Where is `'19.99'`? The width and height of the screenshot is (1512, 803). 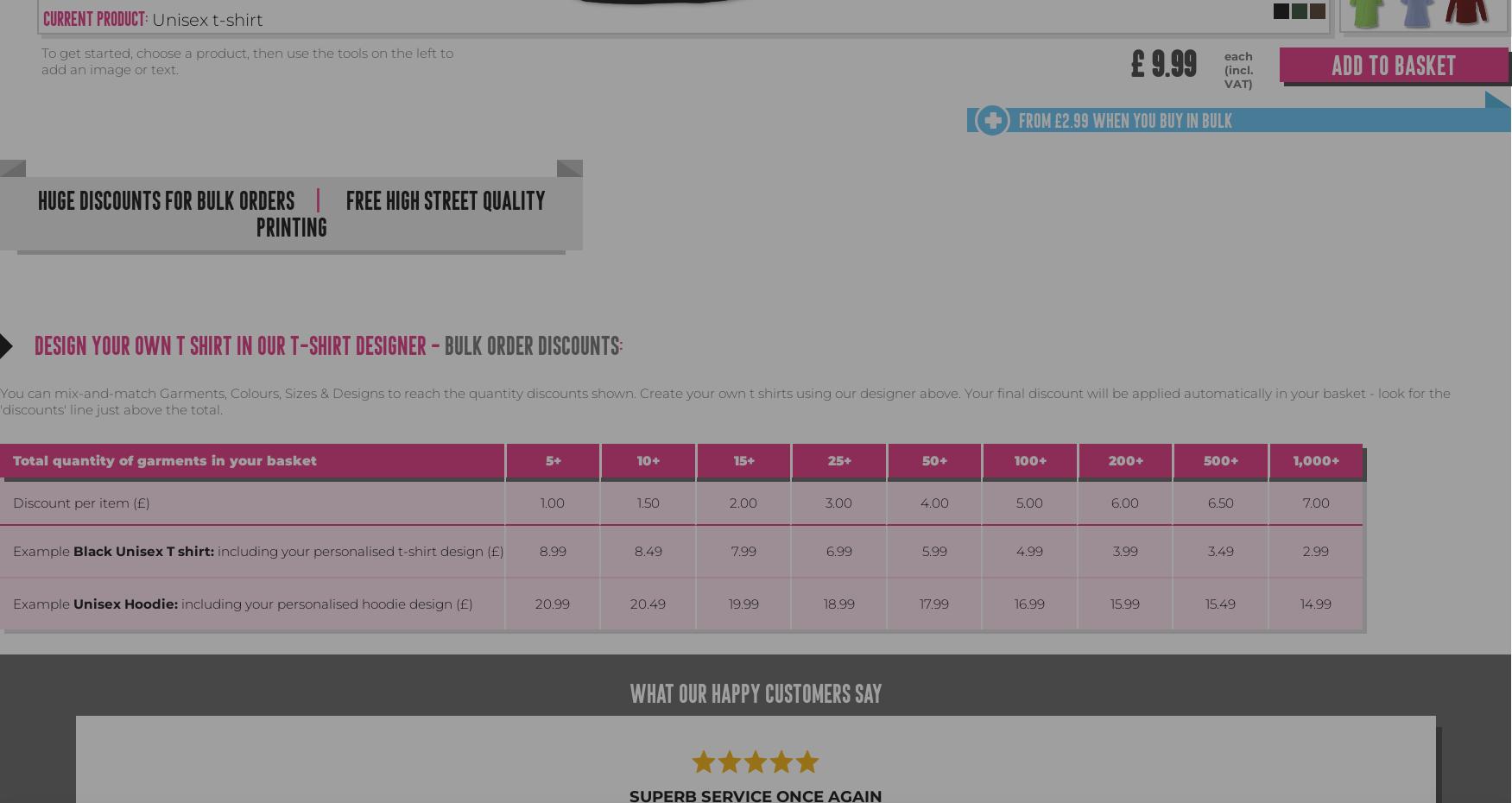
'19.99' is located at coordinates (743, 604).